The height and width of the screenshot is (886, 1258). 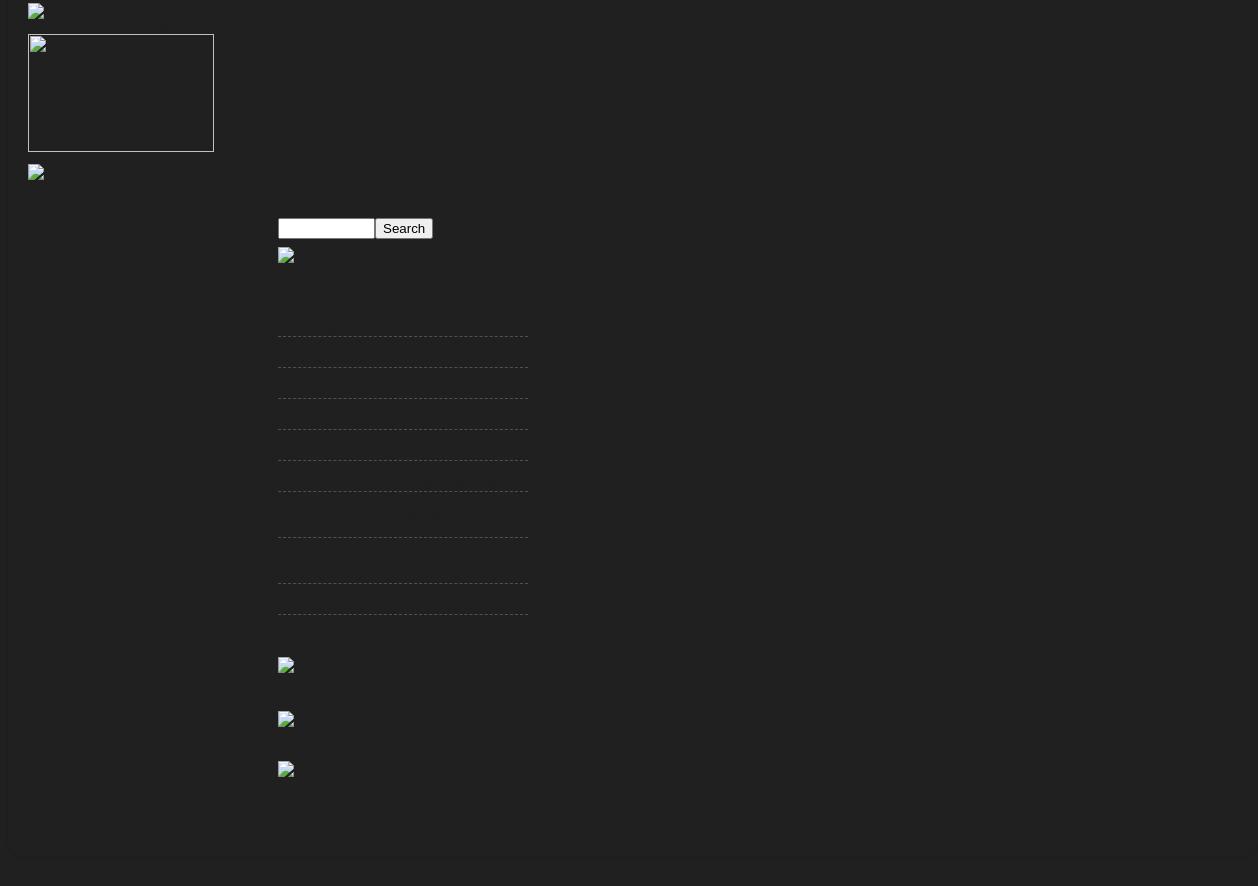 I want to click on 'Sports Take a Back Seat to a Real-Life Tragedy', so click(x=396, y=389).